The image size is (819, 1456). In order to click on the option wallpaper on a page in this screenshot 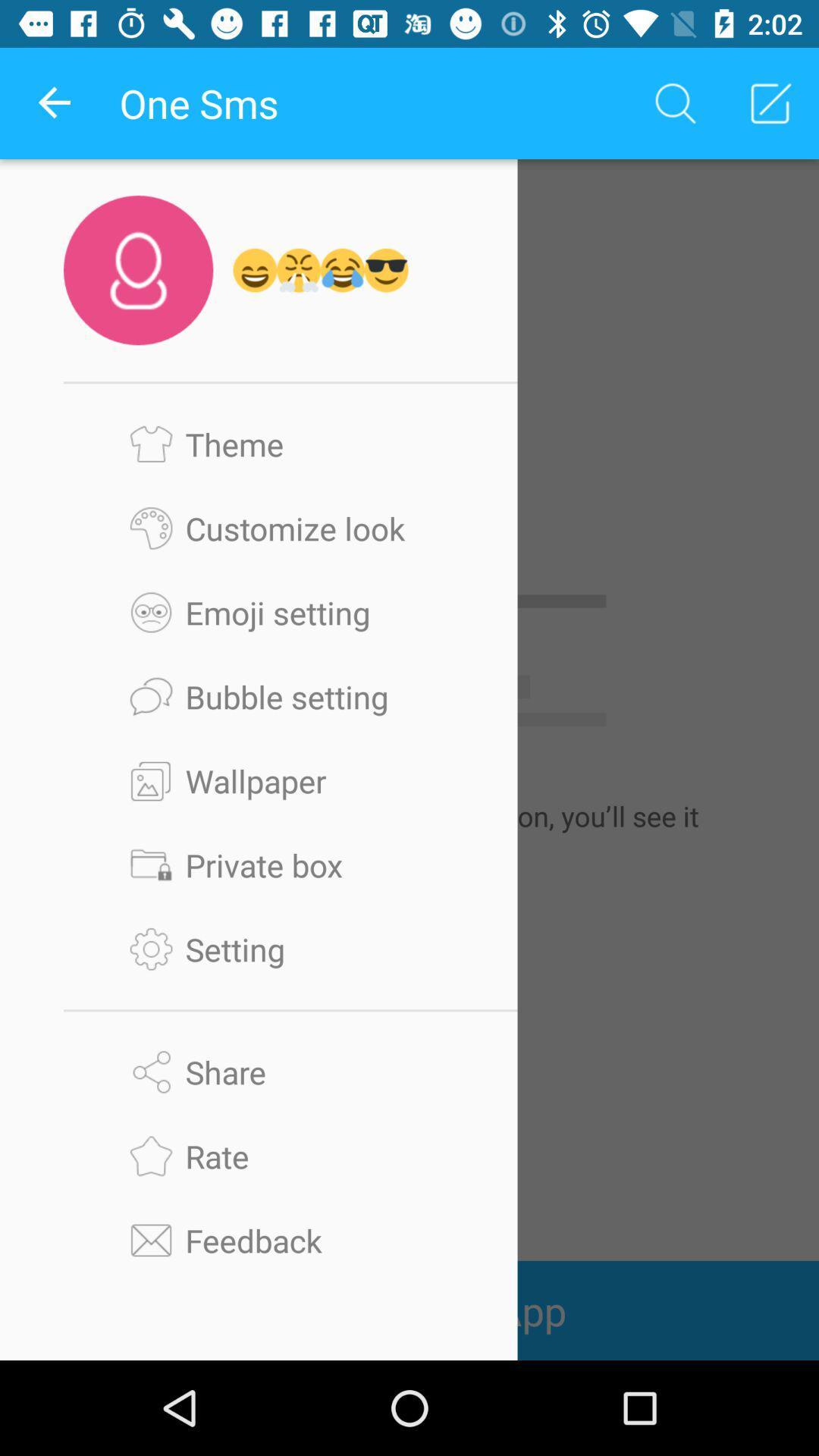, I will do `click(290, 780)`.